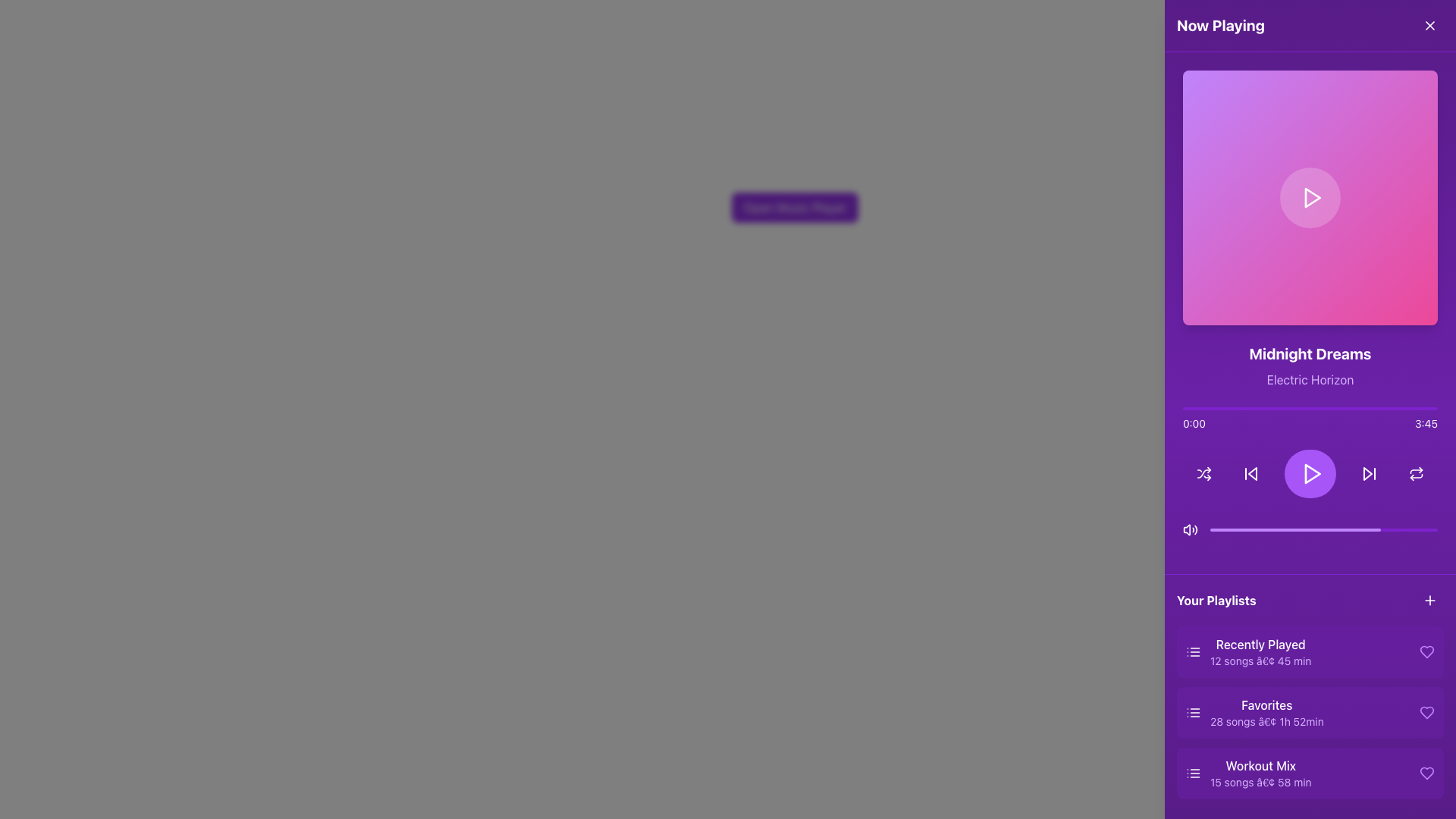  I want to click on the 'play' icon located in the middle area of the 'Now Playing' section, so click(1312, 472).